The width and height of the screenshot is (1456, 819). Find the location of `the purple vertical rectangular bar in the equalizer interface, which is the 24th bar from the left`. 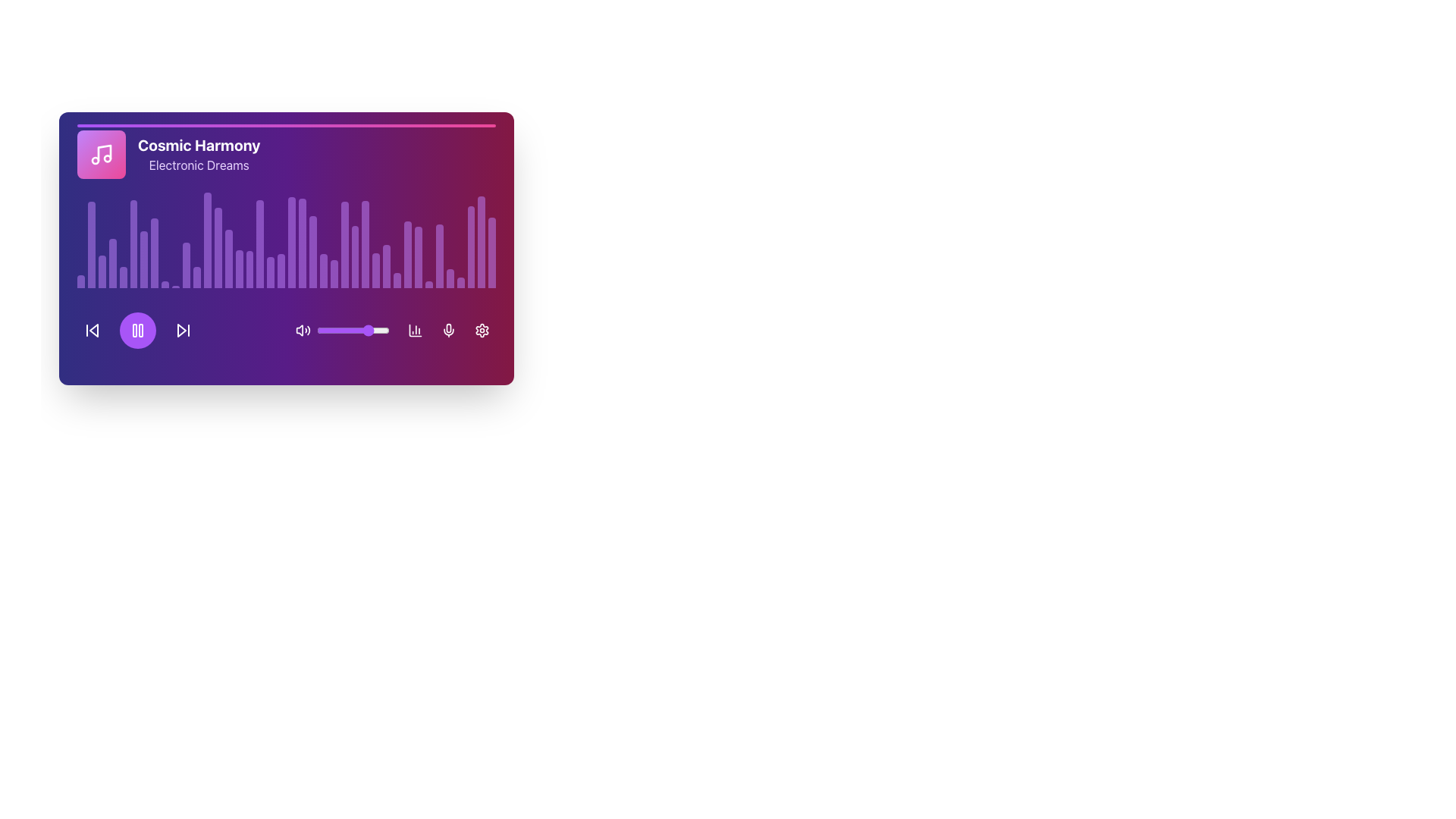

the purple vertical rectangular bar in the equalizer interface, which is the 24th bar from the left is located at coordinates (333, 274).